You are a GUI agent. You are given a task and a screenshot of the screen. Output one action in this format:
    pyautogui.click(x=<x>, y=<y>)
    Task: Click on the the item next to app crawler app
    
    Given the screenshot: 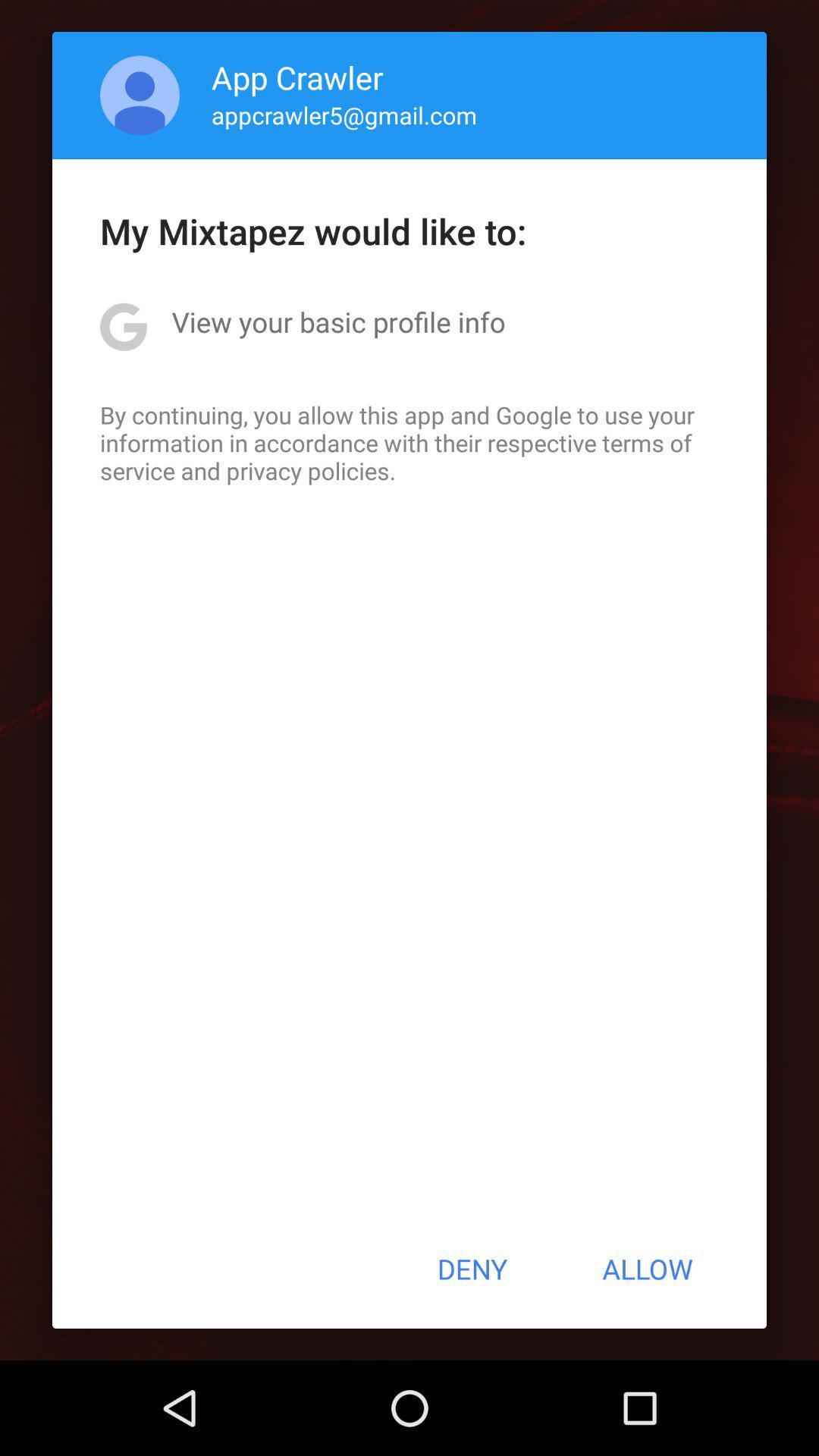 What is the action you would take?
    pyautogui.click(x=140, y=94)
    